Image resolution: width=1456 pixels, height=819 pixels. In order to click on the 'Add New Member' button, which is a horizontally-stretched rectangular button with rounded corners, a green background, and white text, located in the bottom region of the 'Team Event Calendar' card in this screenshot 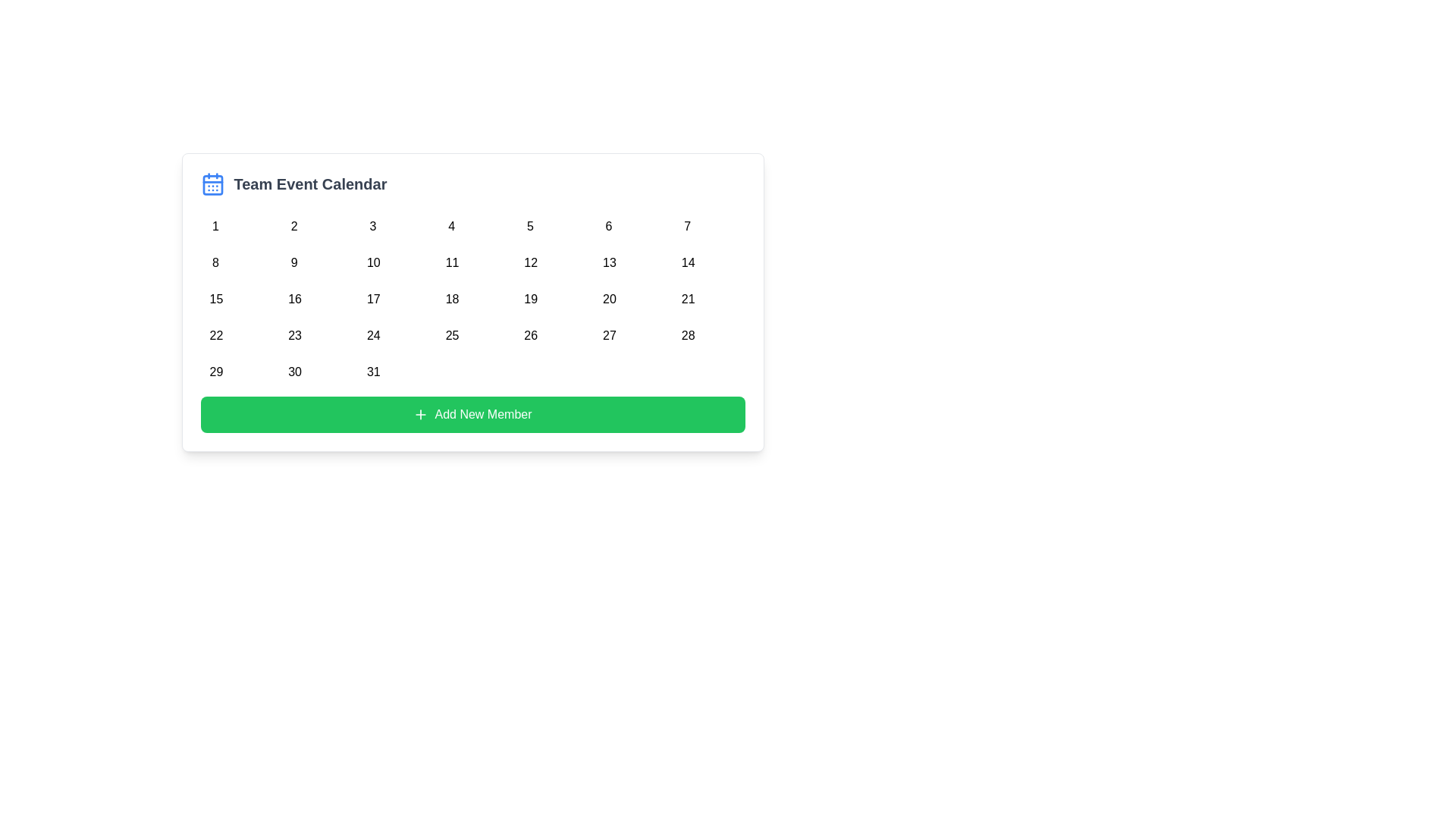, I will do `click(472, 415)`.